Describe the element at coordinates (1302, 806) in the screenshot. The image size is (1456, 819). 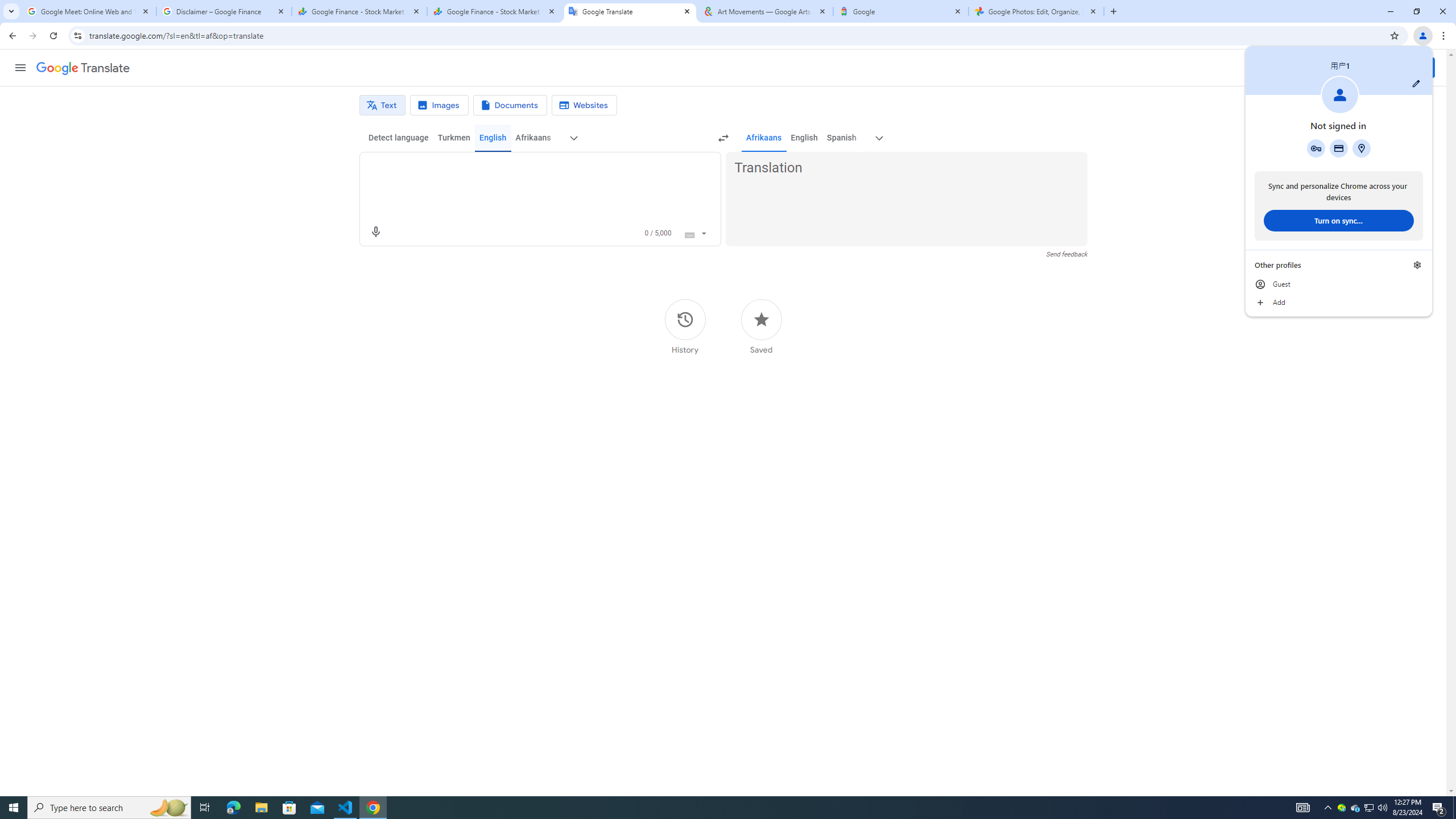
I see `'AutomationID: 4105'` at that location.